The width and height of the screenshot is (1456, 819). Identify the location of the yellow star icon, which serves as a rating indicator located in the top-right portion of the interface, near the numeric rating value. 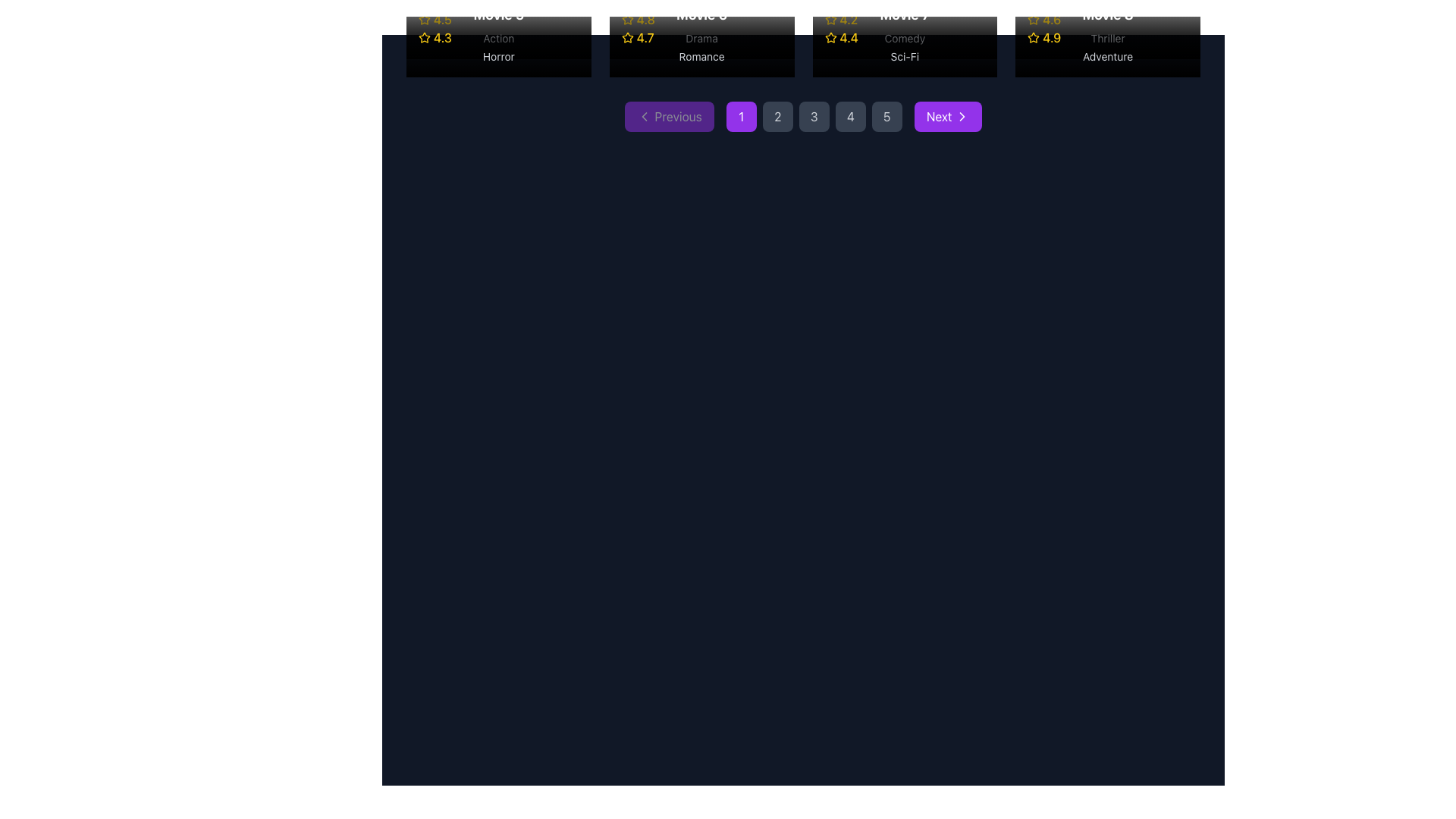
(1033, 20).